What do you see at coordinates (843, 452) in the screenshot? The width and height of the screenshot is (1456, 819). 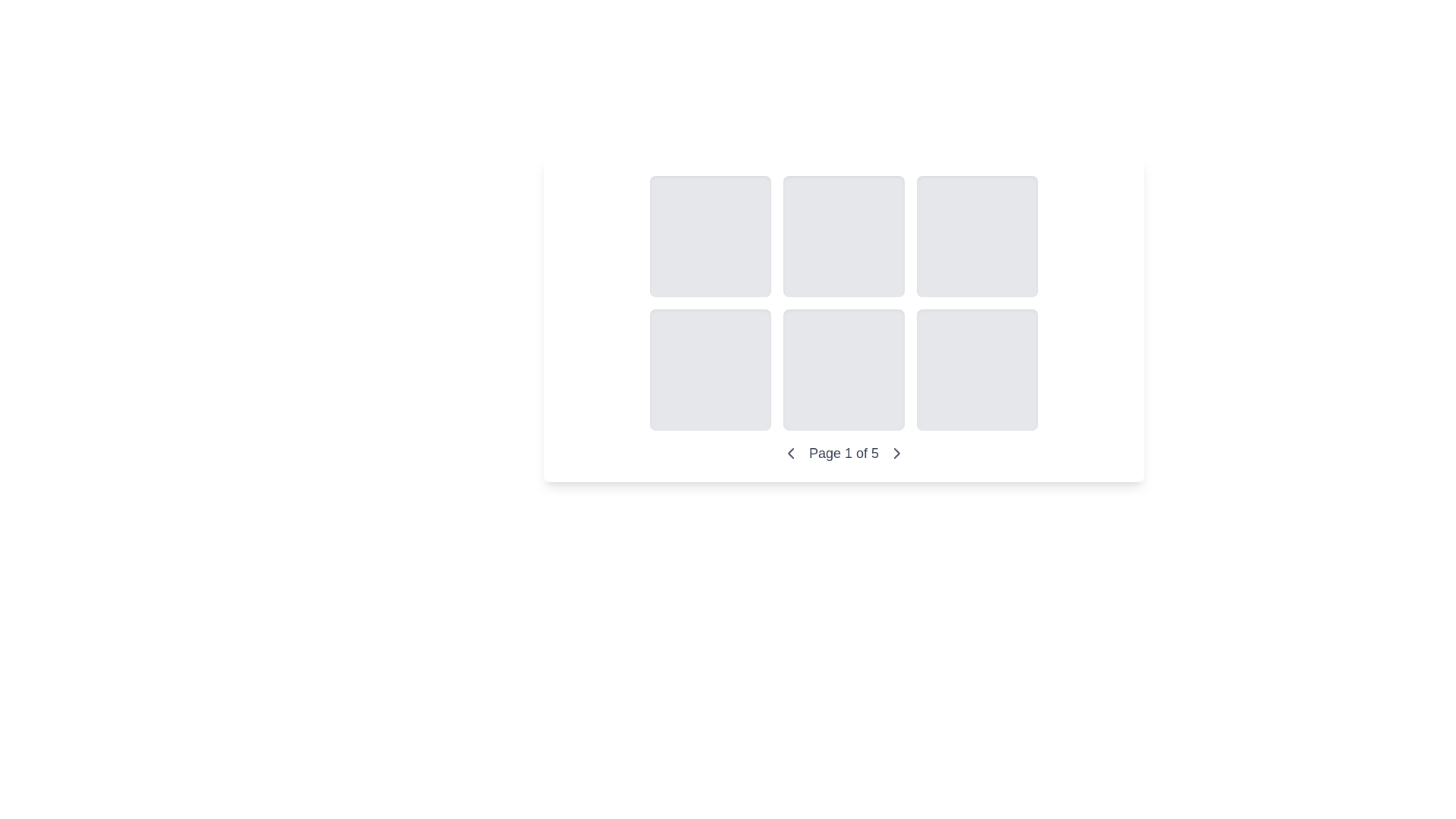 I see `the text label that indicates the current page status in the pagination control, which shows the user is on the first of five total pages` at bounding box center [843, 452].